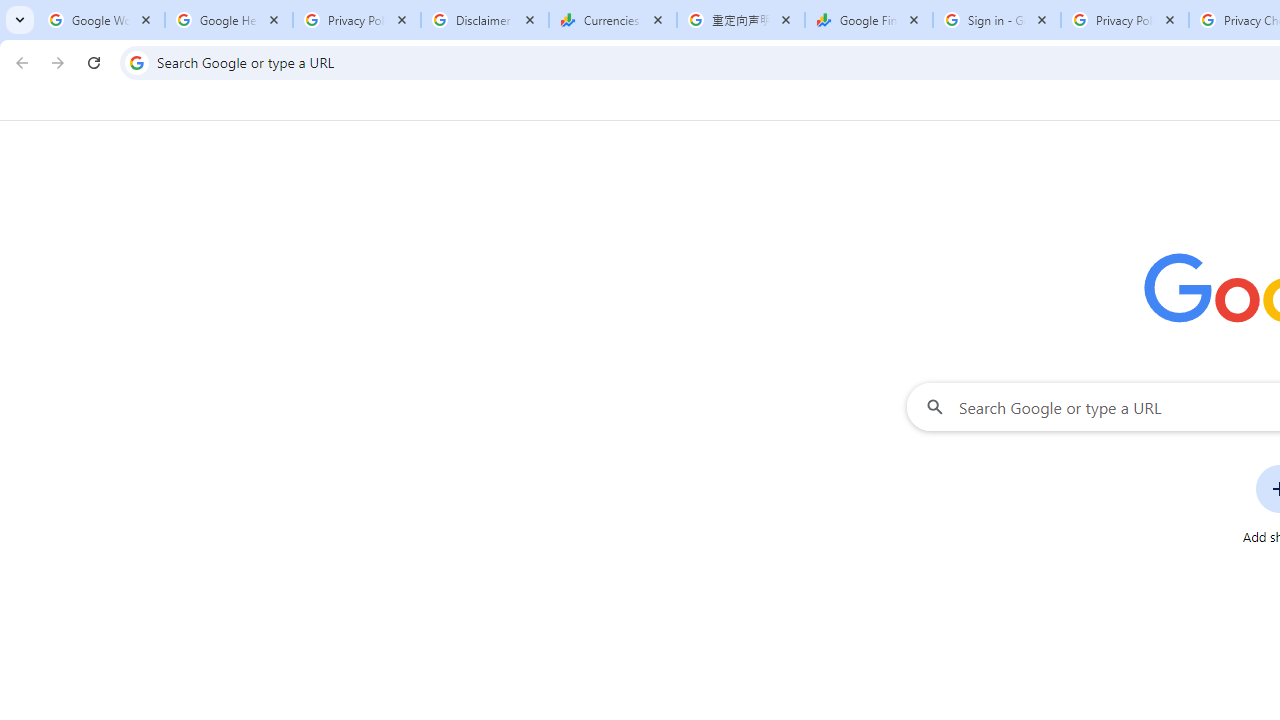 The height and width of the screenshot is (720, 1280). Describe the element at coordinates (100, 20) in the screenshot. I see `'Google Workspace Admin Community'` at that location.